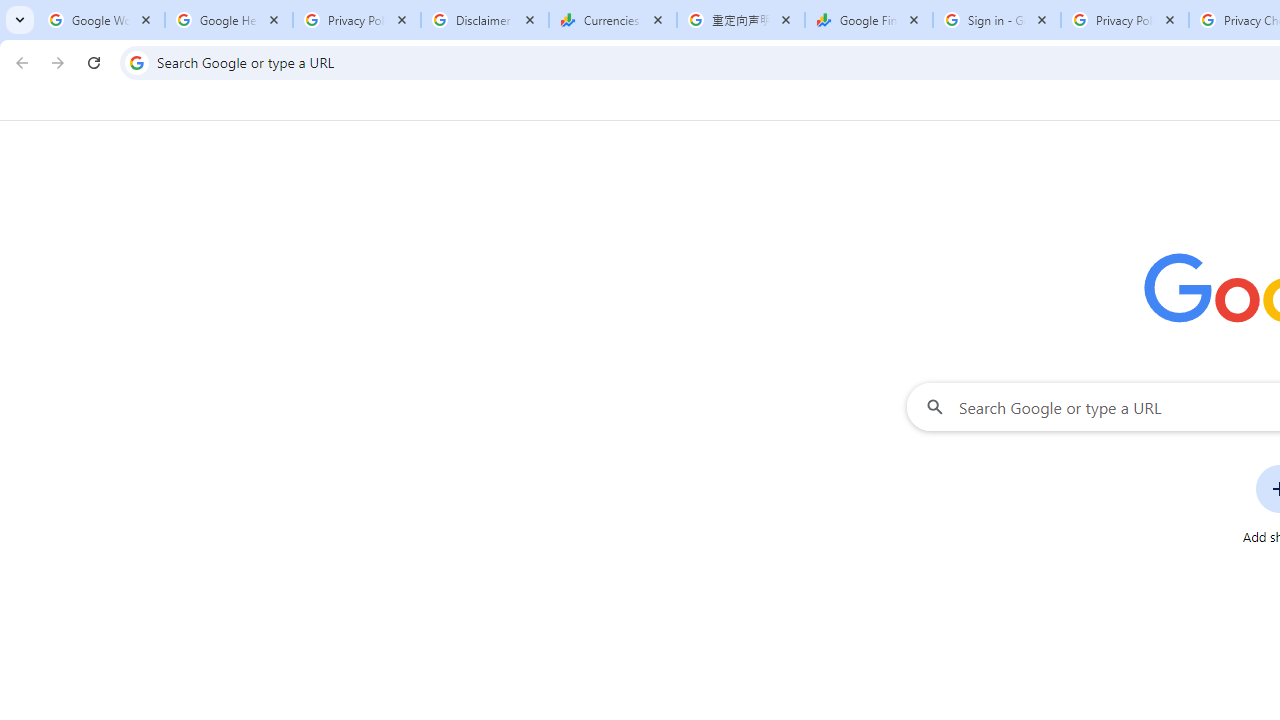 The height and width of the screenshot is (720, 1280). Describe the element at coordinates (100, 20) in the screenshot. I see `'Google Workspace Admin Community'` at that location.